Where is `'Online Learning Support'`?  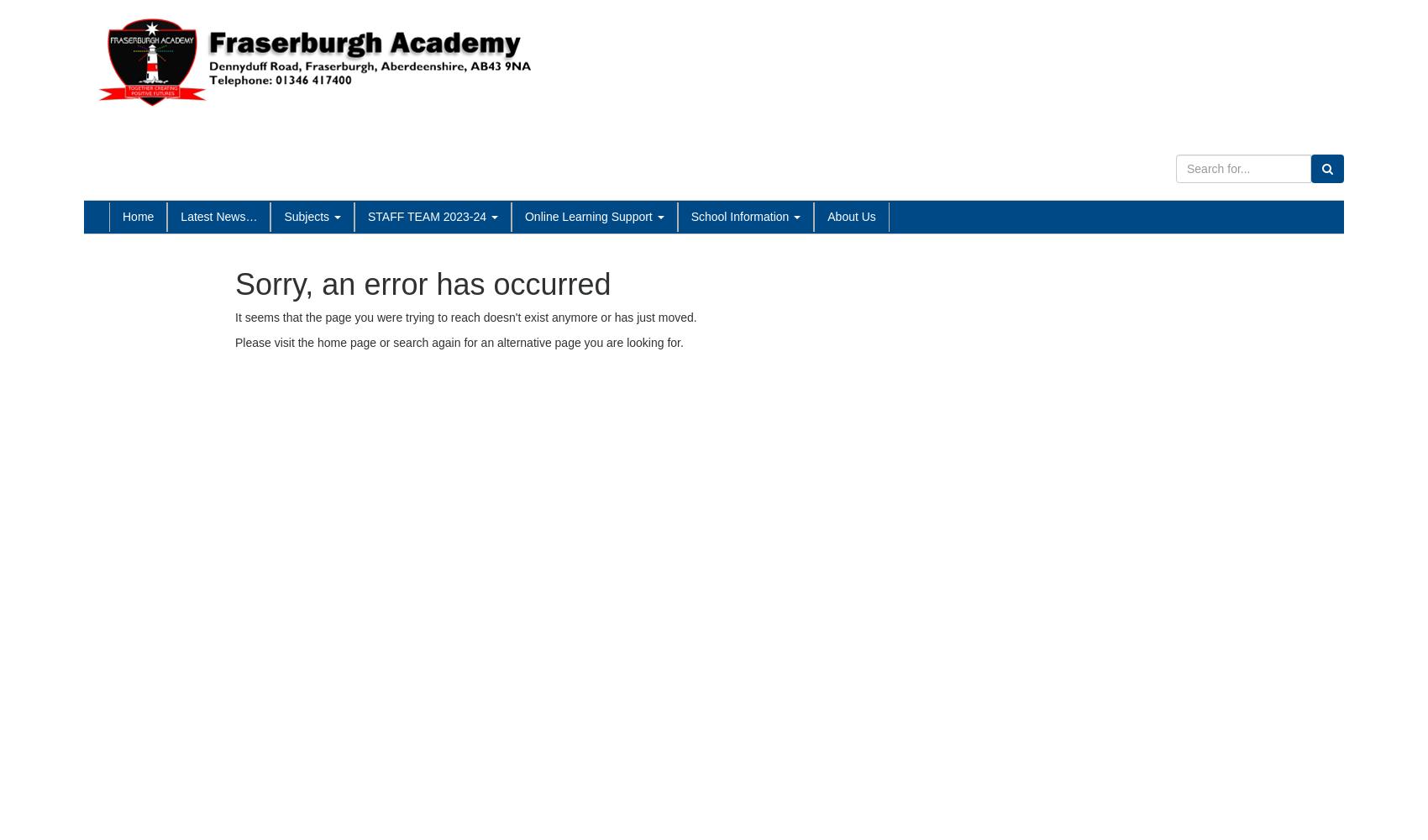
'Online Learning Support' is located at coordinates (589, 216).